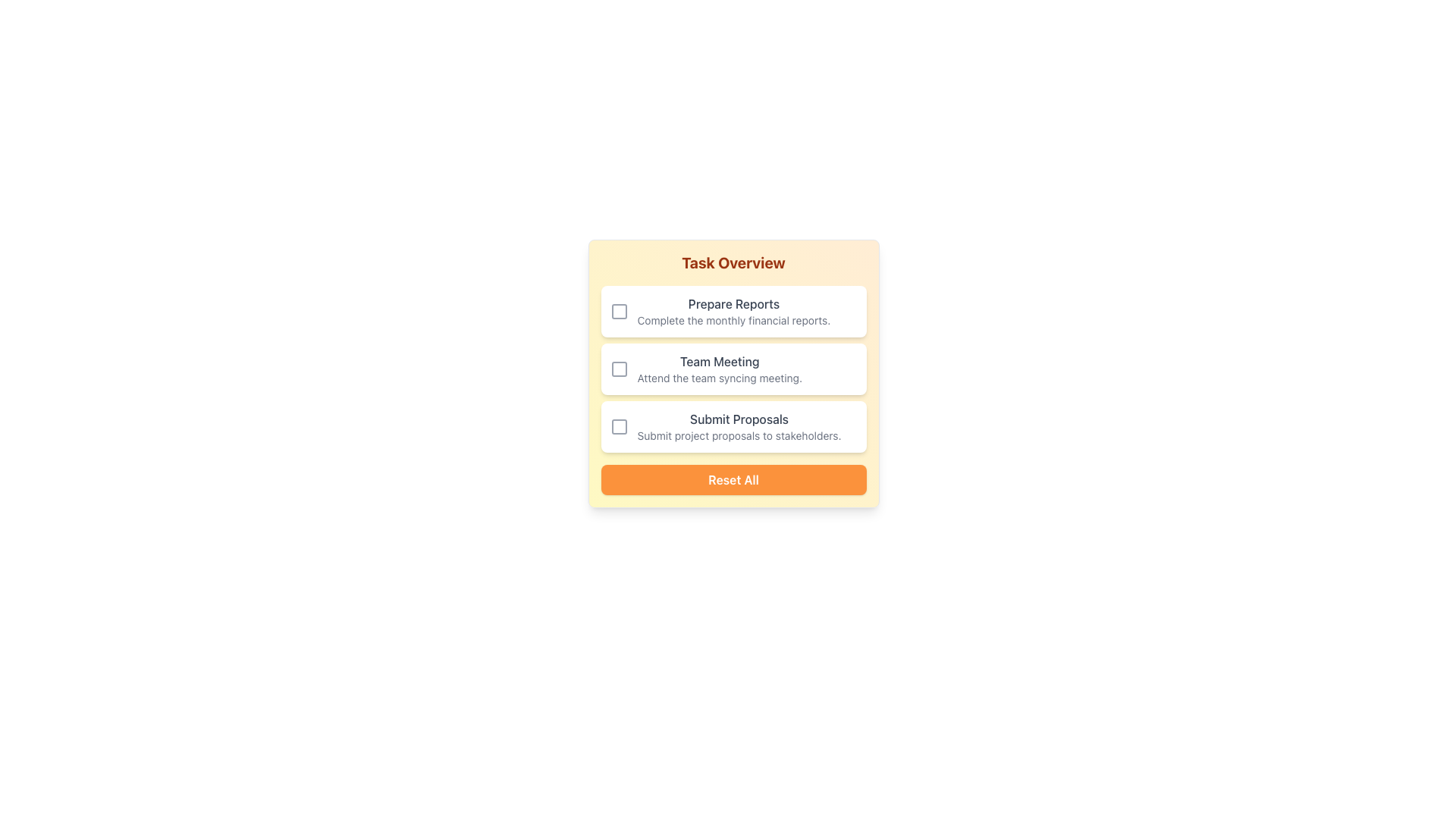  Describe the element at coordinates (619, 311) in the screenshot. I see `the checkbox located to the left of the 'Prepare Reports' text in the 'Task Overview' section` at that location.